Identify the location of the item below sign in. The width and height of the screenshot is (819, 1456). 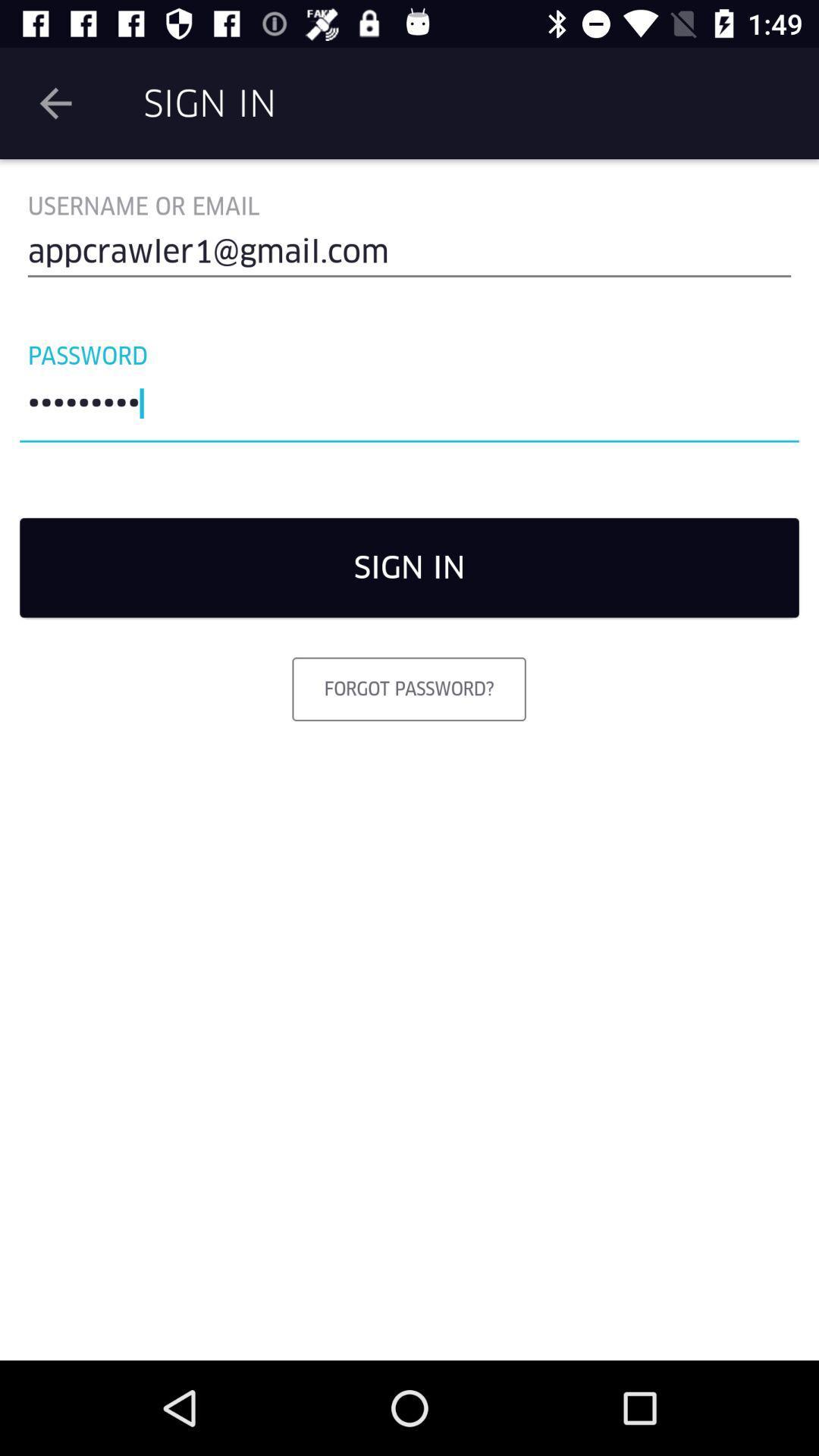
(408, 688).